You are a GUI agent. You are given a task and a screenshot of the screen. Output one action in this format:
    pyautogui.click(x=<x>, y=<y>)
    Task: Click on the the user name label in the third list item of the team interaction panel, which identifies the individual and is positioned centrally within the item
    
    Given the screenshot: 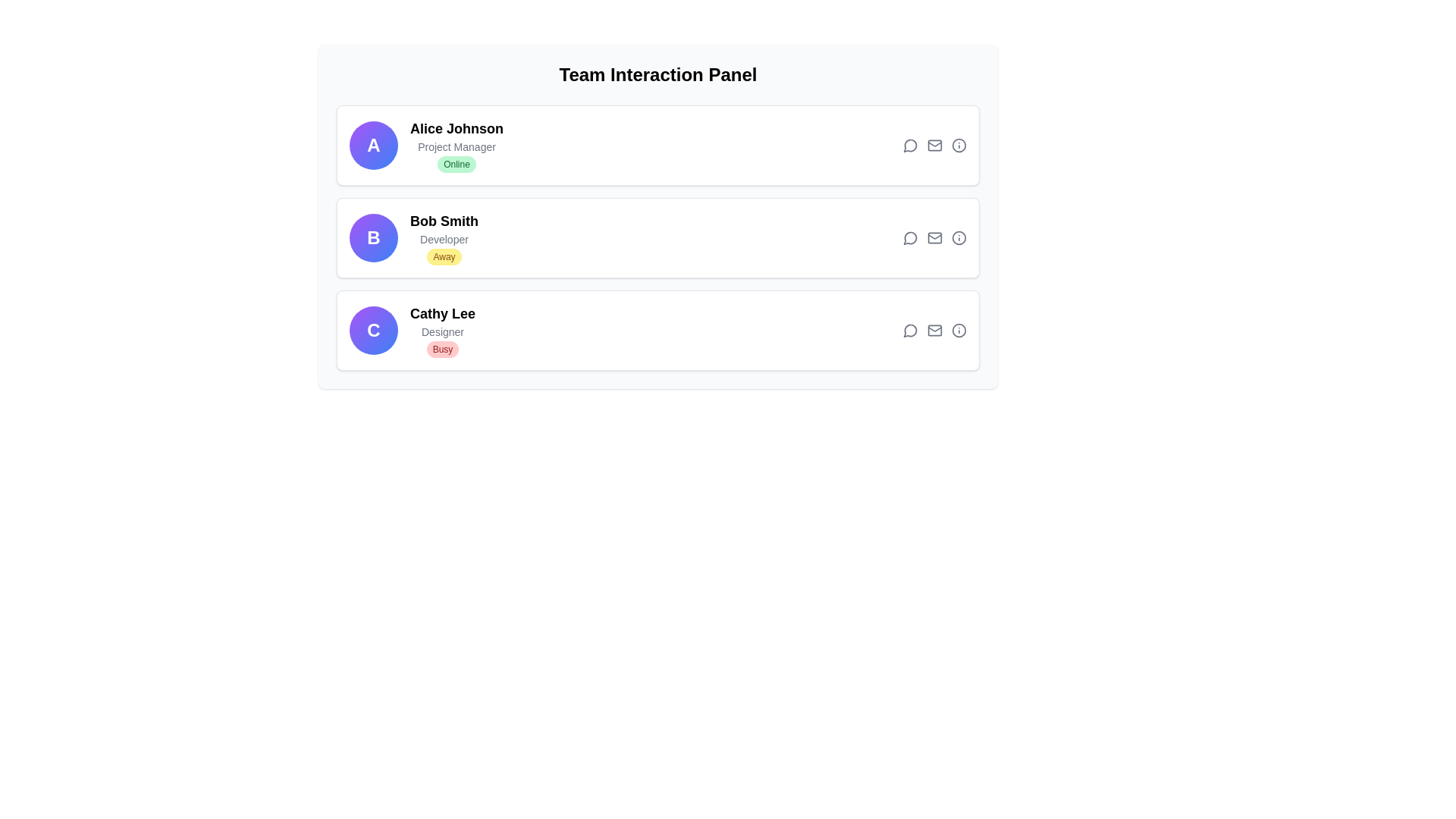 What is the action you would take?
    pyautogui.click(x=442, y=312)
    